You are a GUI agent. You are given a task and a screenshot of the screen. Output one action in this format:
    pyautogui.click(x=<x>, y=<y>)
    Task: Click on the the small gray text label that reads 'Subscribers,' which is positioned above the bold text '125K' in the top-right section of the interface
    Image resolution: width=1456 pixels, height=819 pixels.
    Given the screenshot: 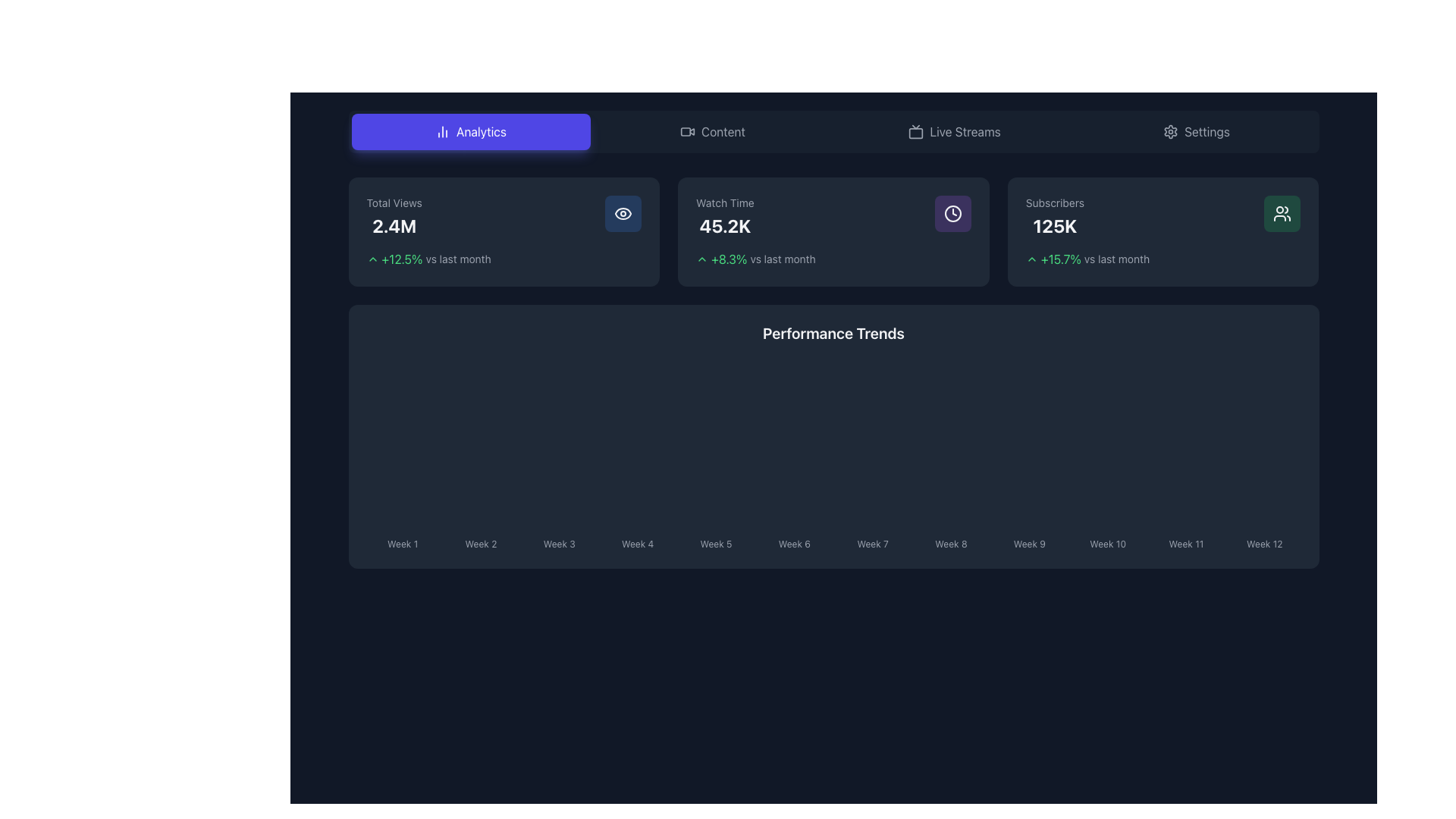 What is the action you would take?
    pyautogui.click(x=1054, y=202)
    